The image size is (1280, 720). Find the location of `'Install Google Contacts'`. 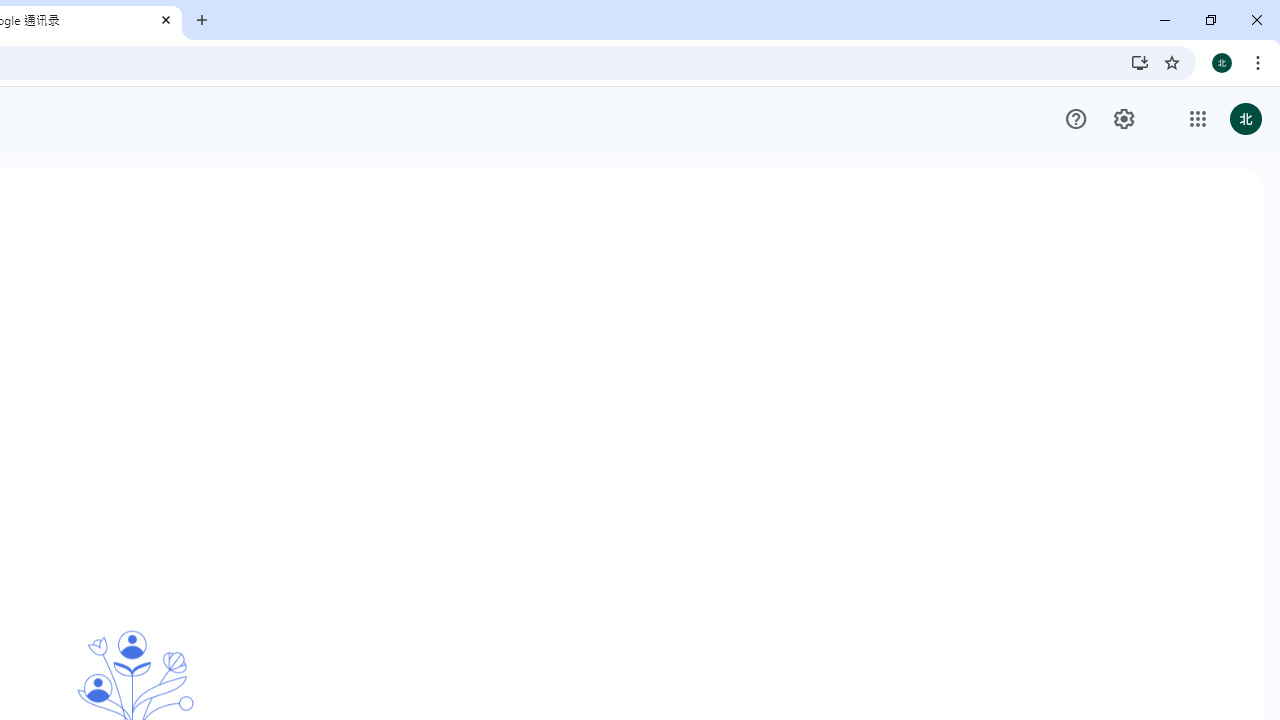

'Install Google Contacts' is located at coordinates (1139, 61).